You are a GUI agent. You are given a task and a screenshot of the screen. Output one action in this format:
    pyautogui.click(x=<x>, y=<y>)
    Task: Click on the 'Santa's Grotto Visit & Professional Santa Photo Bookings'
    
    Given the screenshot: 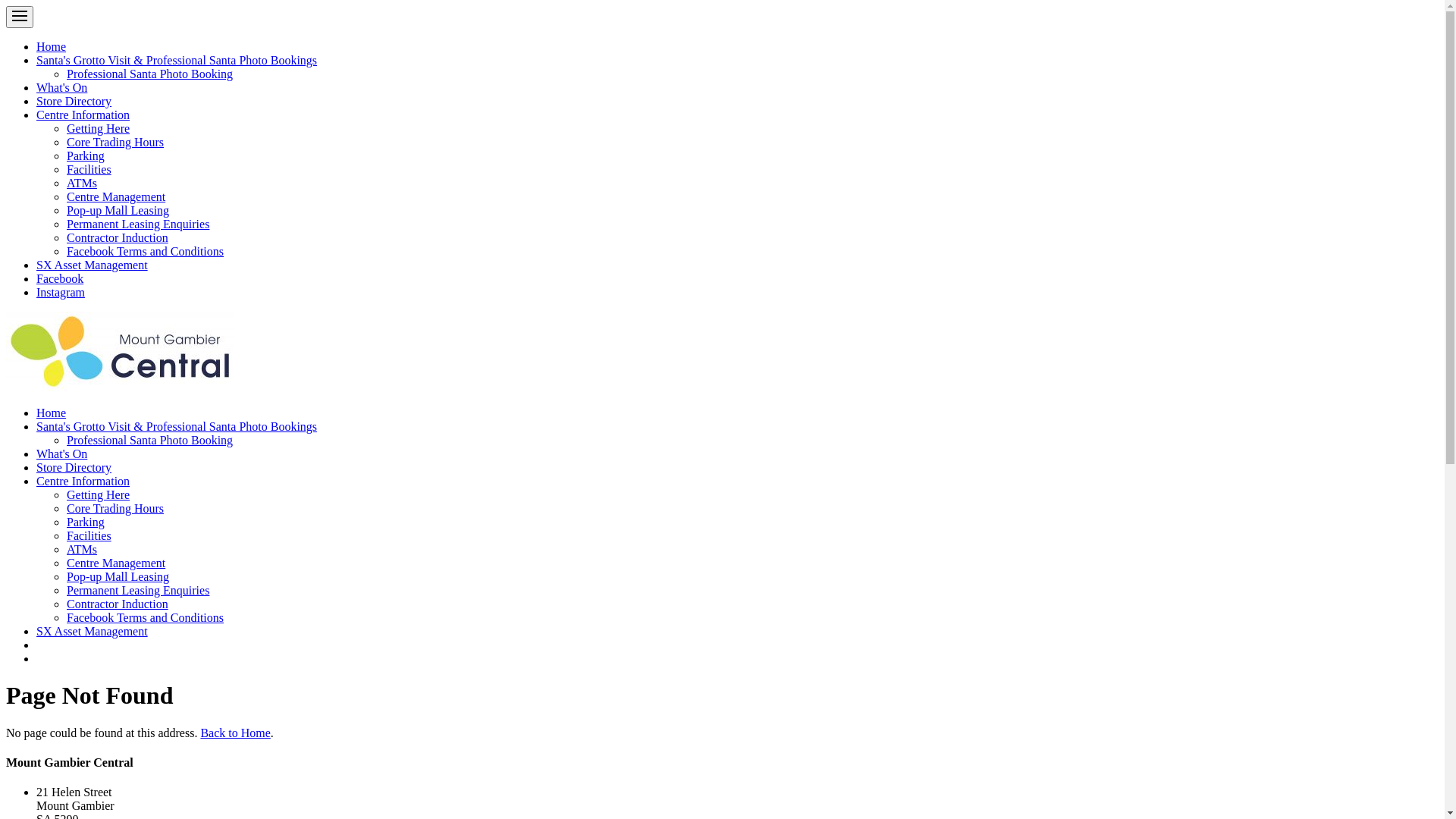 What is the action you would take?
    pyautogui.click(x=177, y=426)
    